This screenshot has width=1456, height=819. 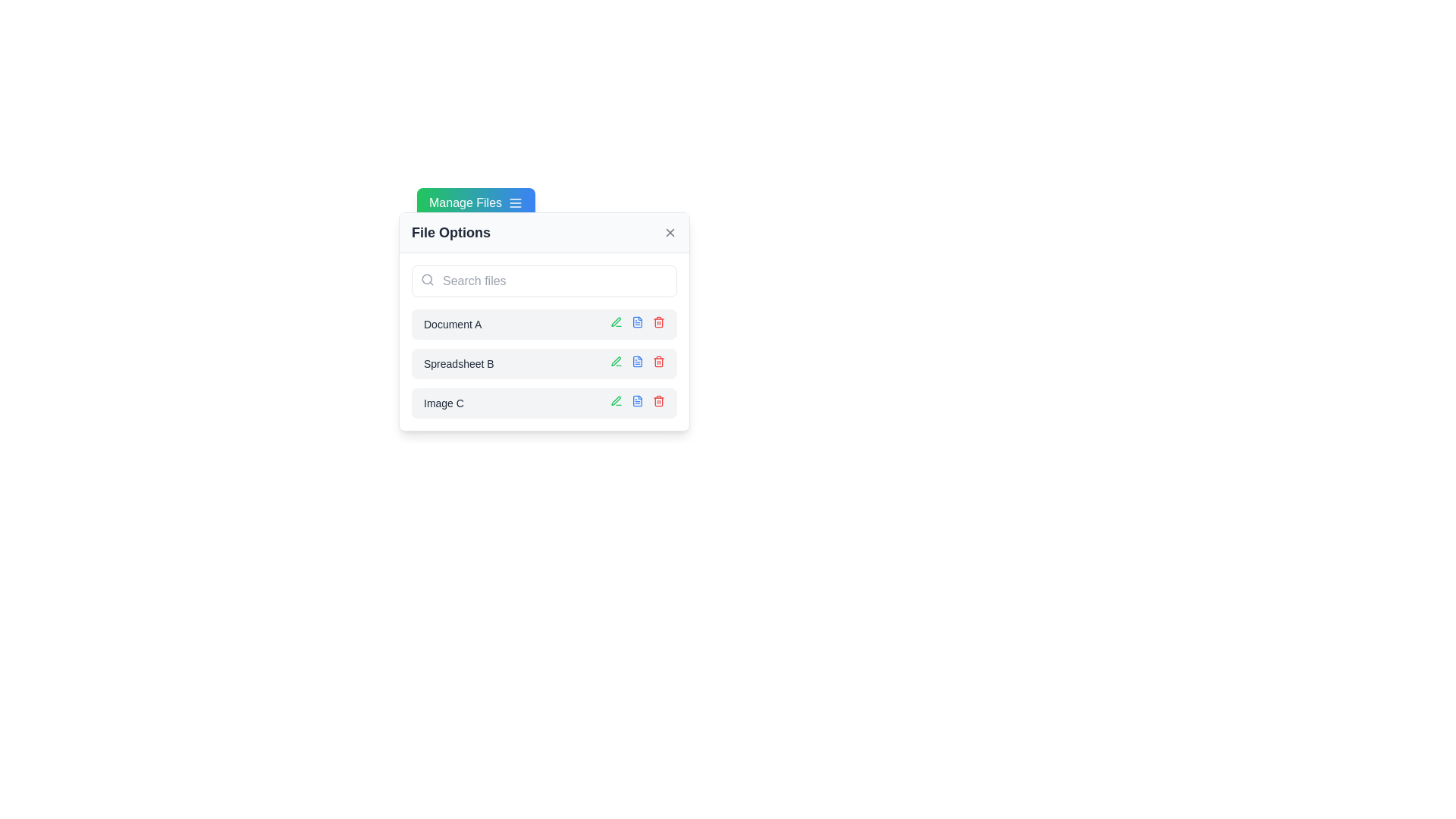 What do you see at coordinates (458, 363) in the screenshot?
I see `text of the Text Label positioned in the center-left of the second row of the vertical list, serving as a title or identifier for an item` at bounding box center [458, 363].